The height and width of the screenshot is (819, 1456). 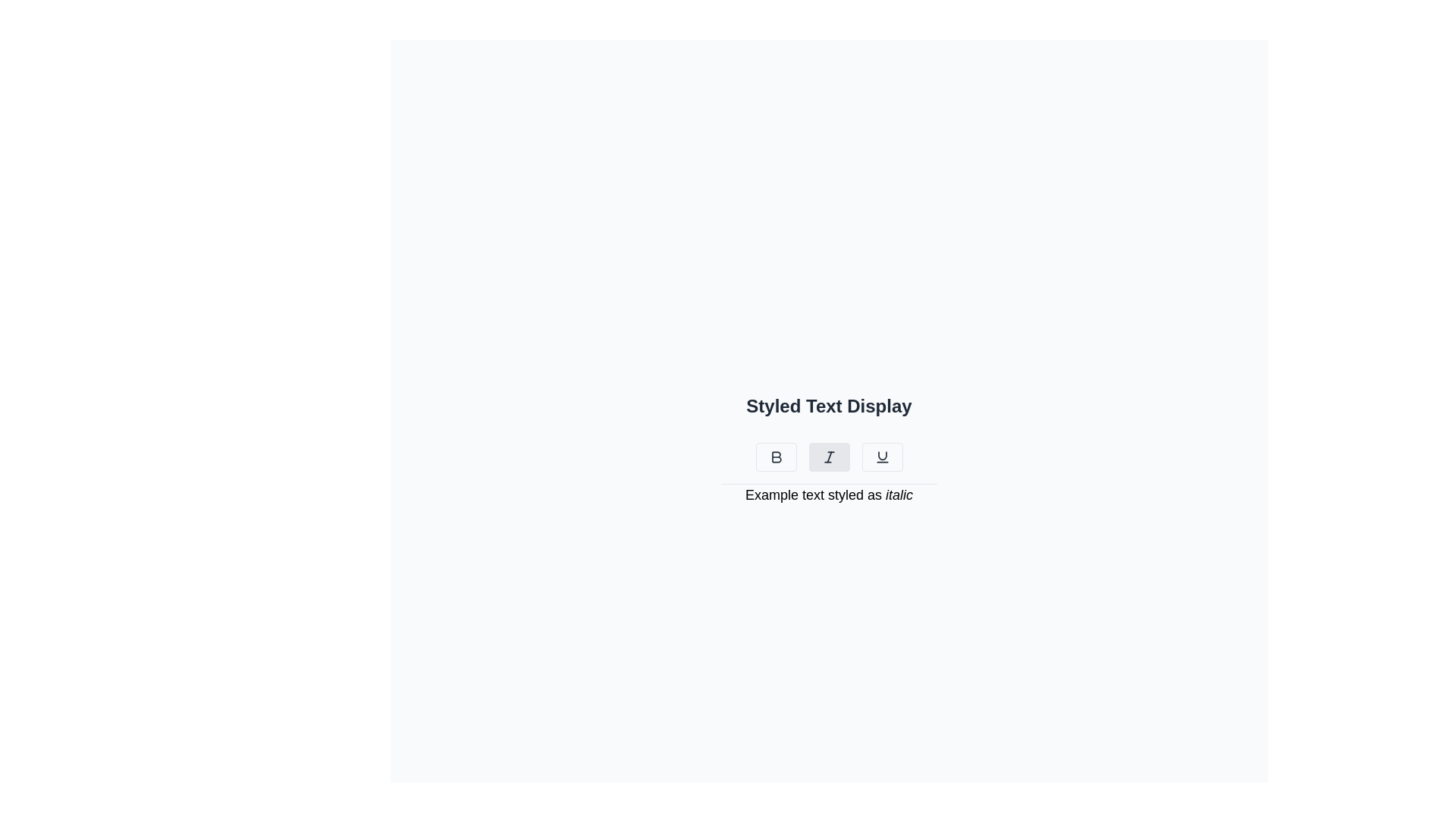 I want to click on the second button in the text formatting toolbar, so click(x=828, y=456).